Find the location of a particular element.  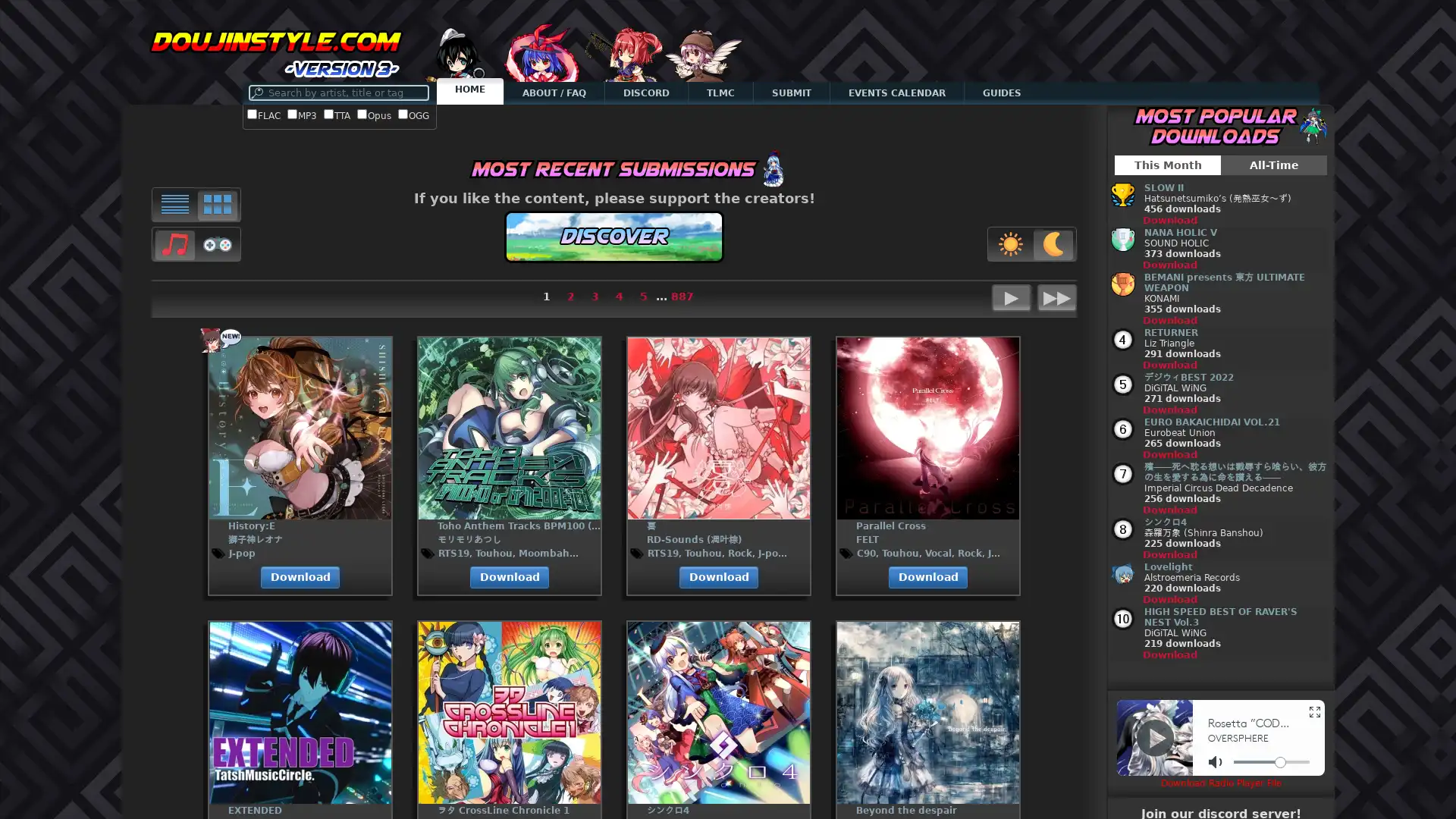

Download is located at coordinates (1169, 264).